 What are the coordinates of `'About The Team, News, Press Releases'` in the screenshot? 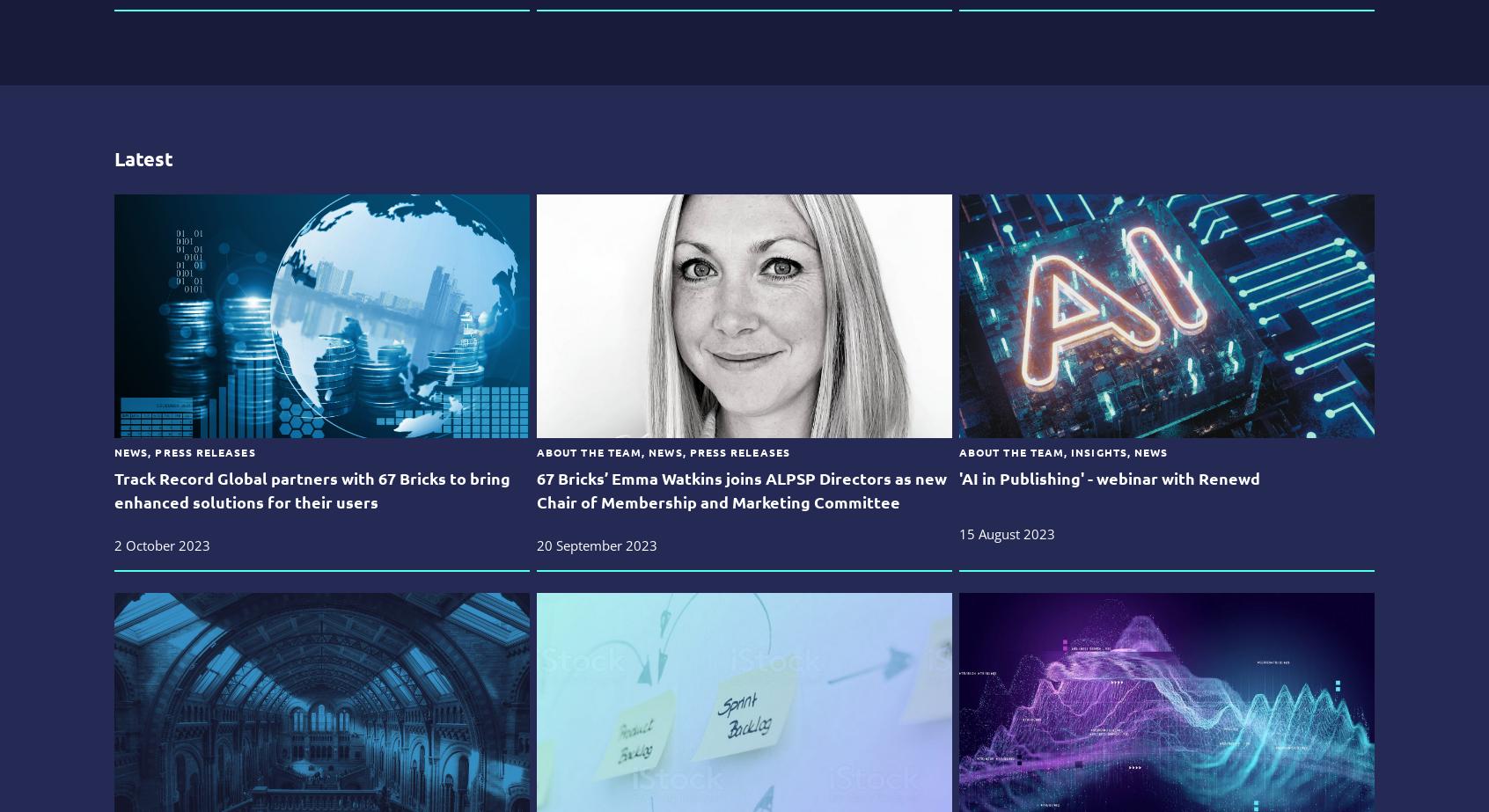 It's located at (661, 451).